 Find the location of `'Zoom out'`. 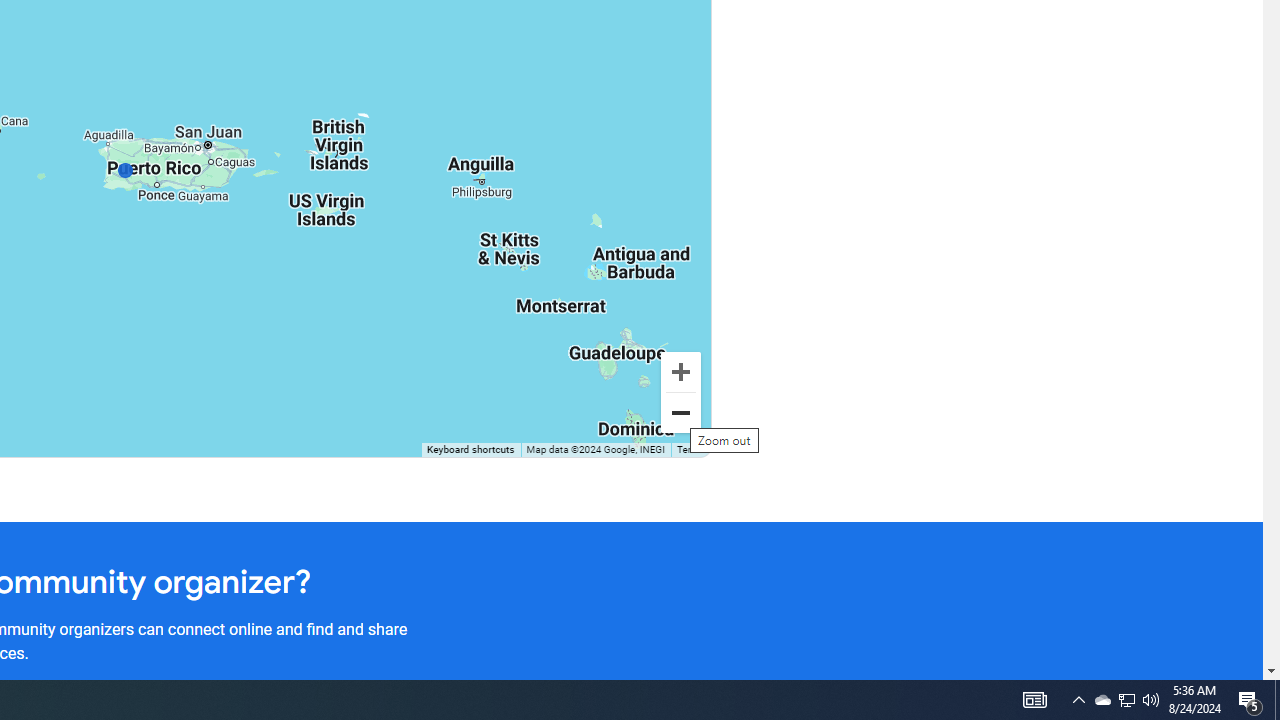

'Zoom out' is located at coordinates (680, 411).